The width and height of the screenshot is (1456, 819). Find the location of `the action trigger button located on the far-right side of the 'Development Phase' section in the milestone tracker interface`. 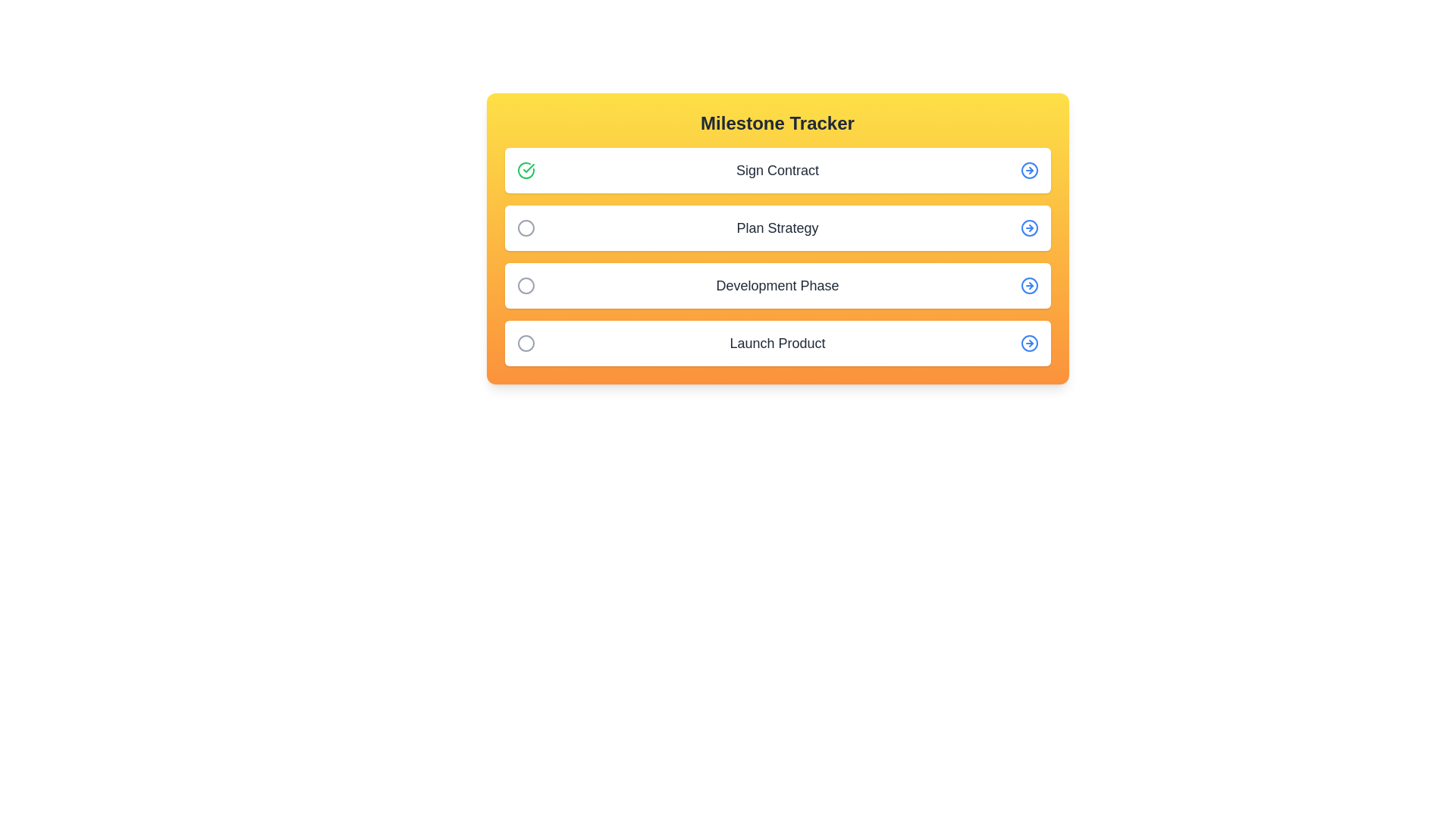

the action trigger button located on the far-right side of the 'Development Phase' section in the milestone tracker interface is located at coordinates (1029, 286).